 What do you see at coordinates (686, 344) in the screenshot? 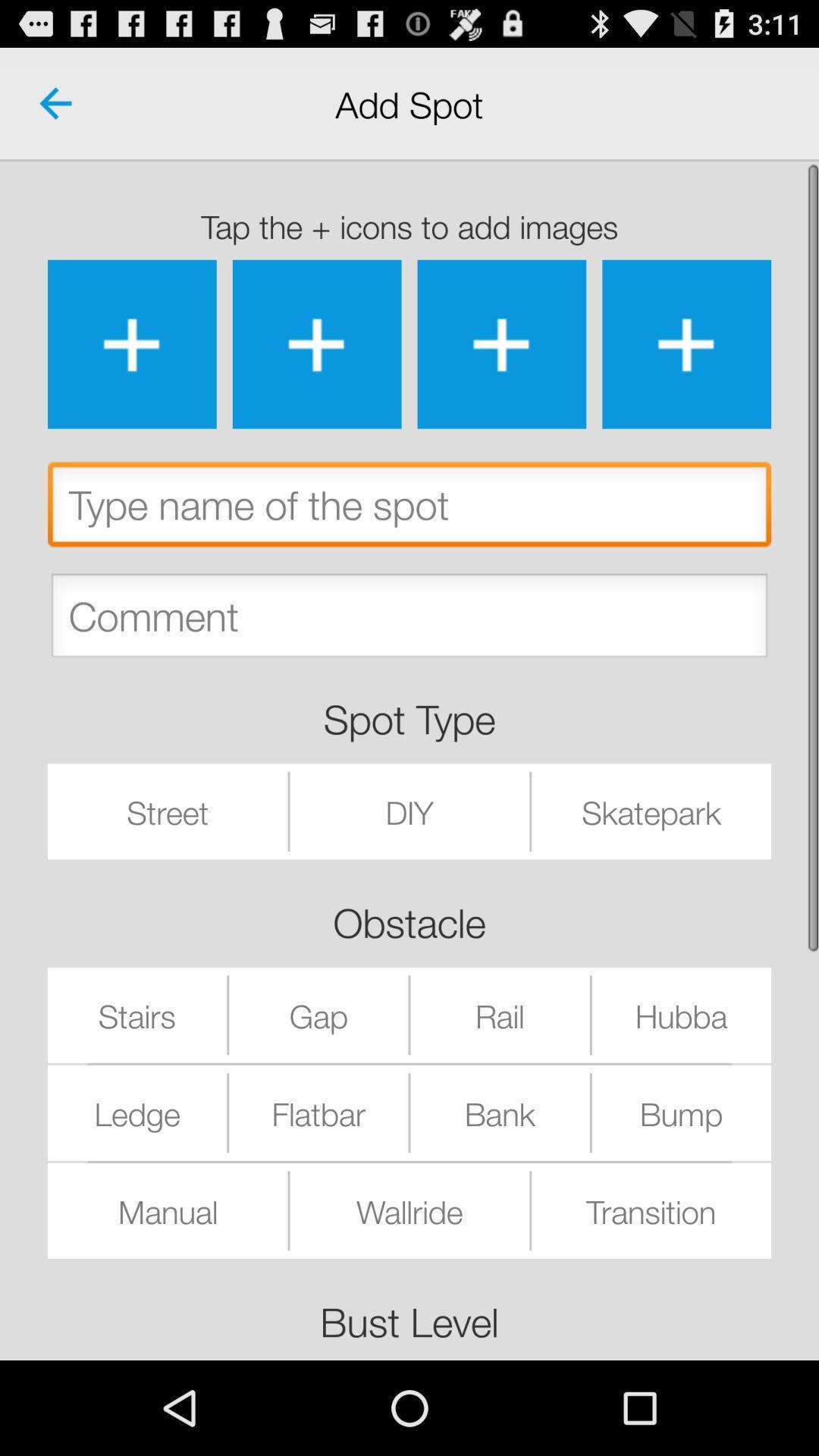
I see `upload image` at bounding box center [686, 344].